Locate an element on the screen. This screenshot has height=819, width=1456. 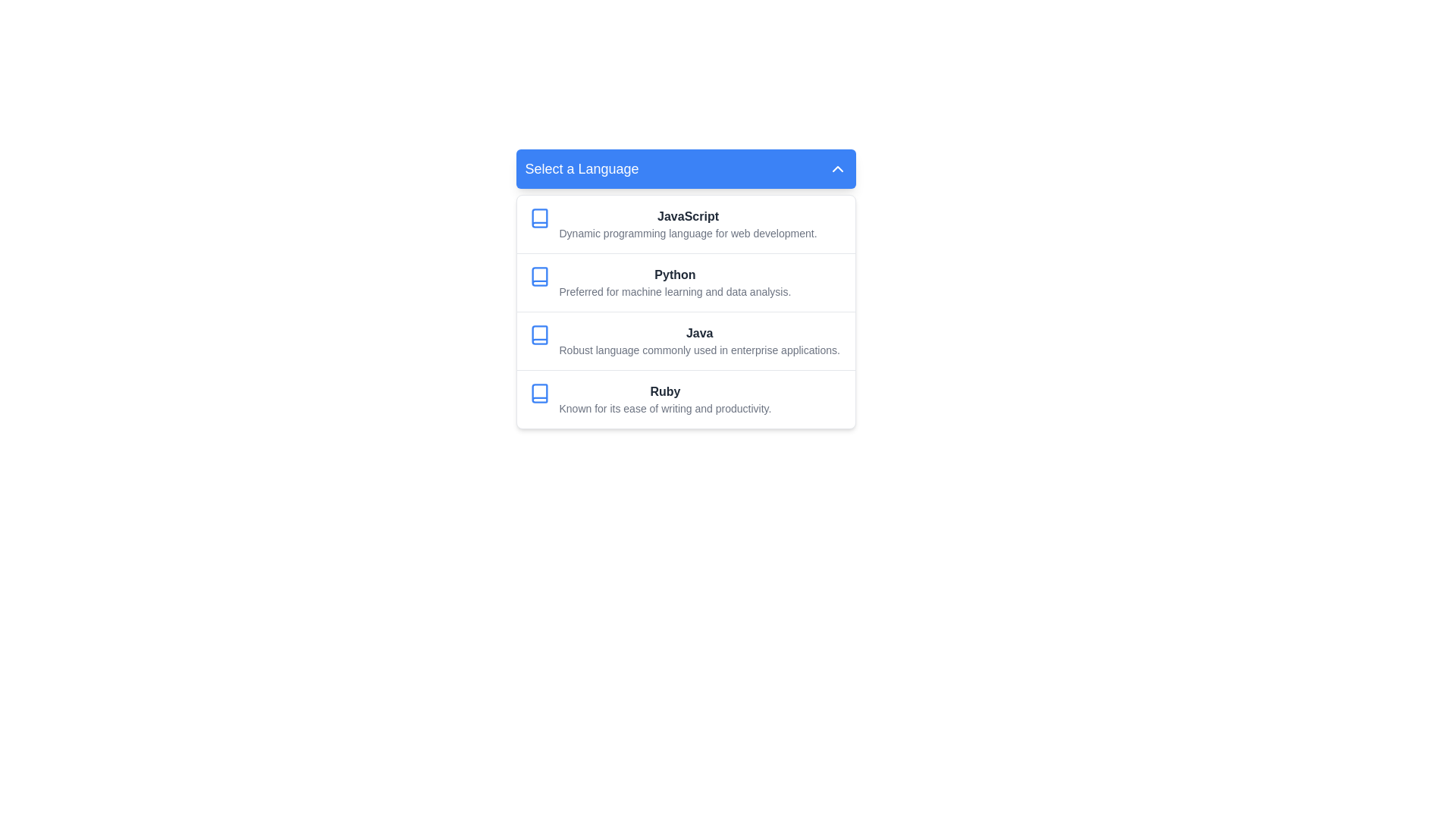
the 'Ruby' text element, which serves as the title of the last option in the dropdown menu below the 'Select a Language' label is located at coordinates (665, 391).